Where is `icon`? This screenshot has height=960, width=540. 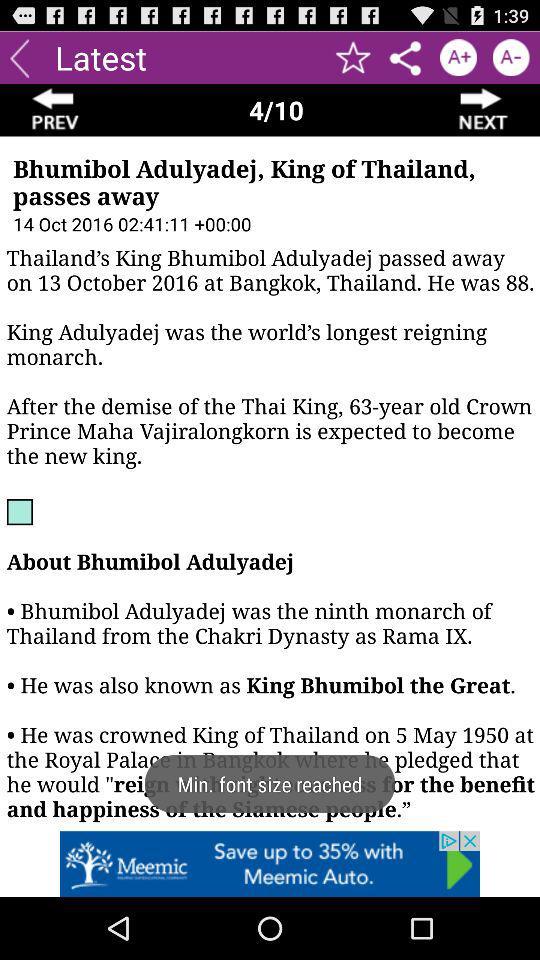
icon is located at coordinates (458, 56).